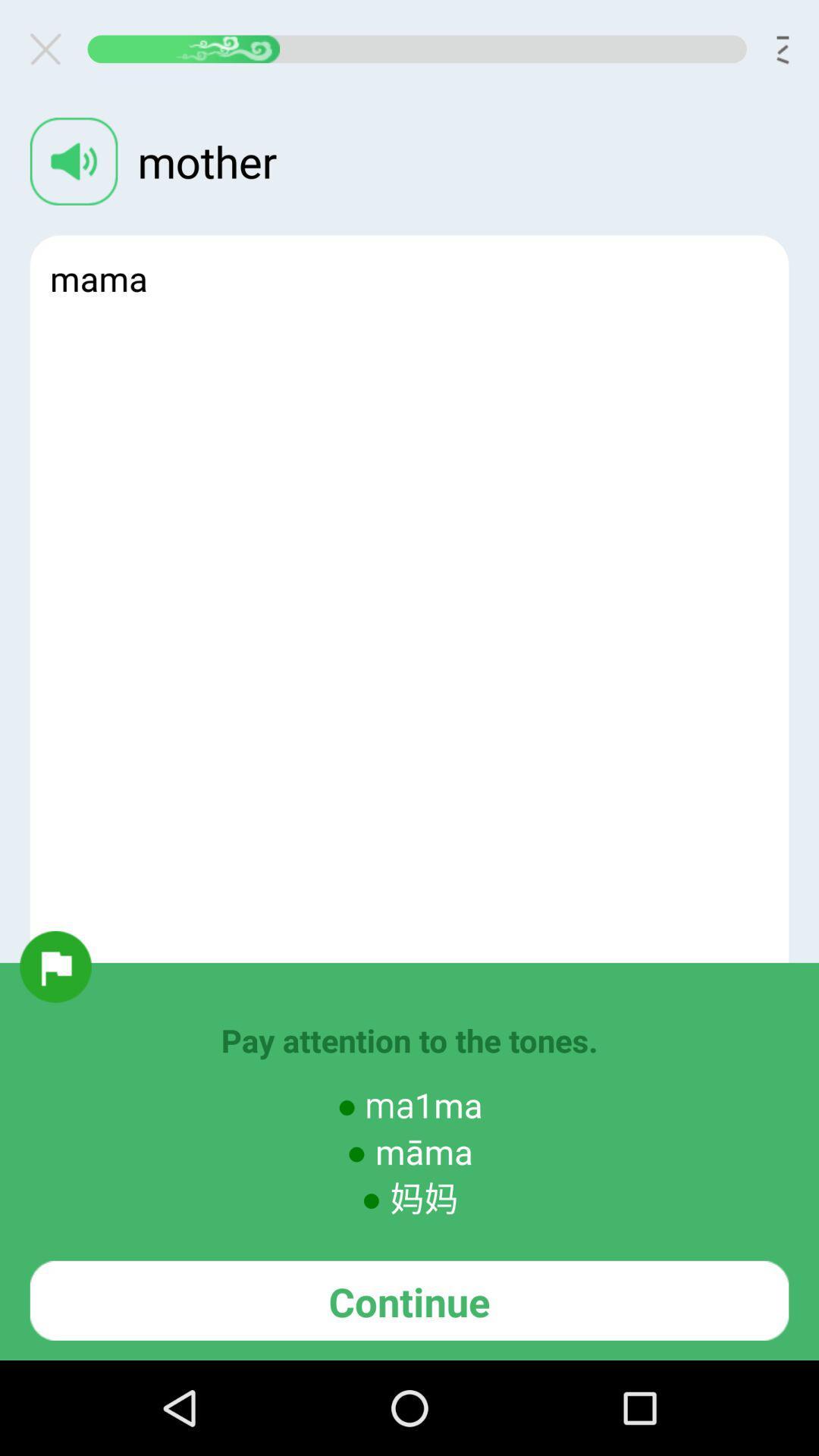 This screenshot has width=819, height=1456. What do you see at coordinates (51, 49) in the screenshot?
I see `exit current page` at bounding box center [51, 49].